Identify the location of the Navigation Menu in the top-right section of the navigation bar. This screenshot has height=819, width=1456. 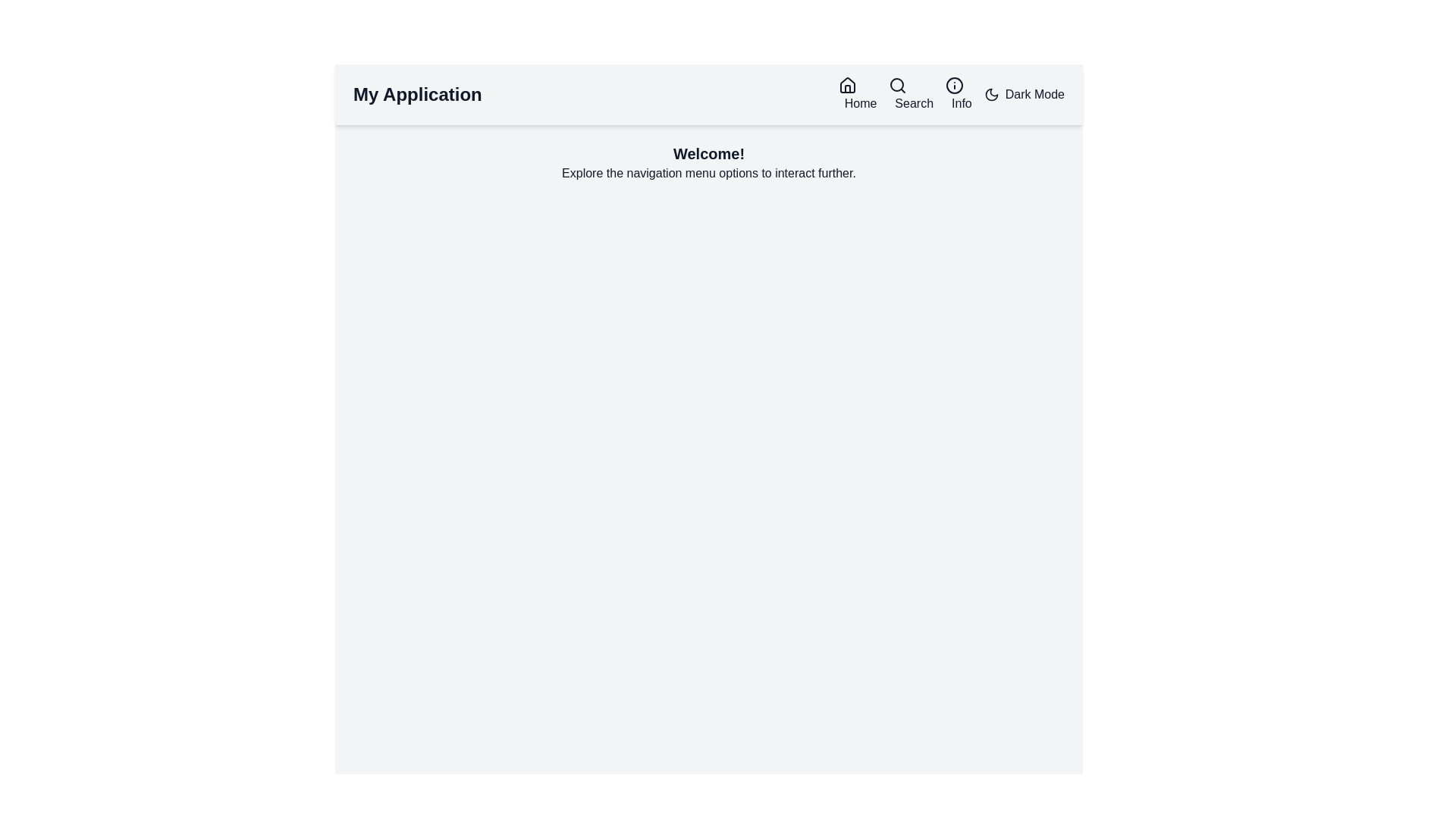
(950, 94).